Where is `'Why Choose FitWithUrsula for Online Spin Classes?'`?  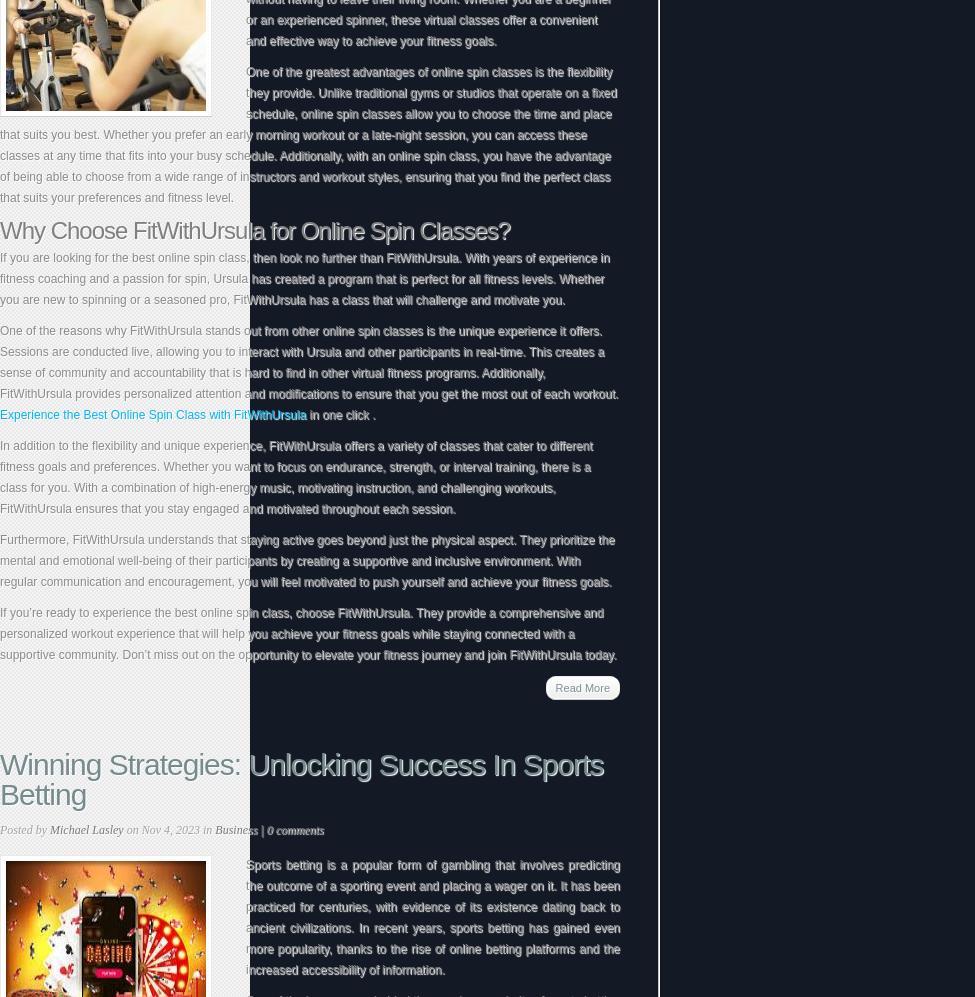
'Why Choose FitWithUrsula for Online Spin Classes?' is located at coordinates (254, 229).